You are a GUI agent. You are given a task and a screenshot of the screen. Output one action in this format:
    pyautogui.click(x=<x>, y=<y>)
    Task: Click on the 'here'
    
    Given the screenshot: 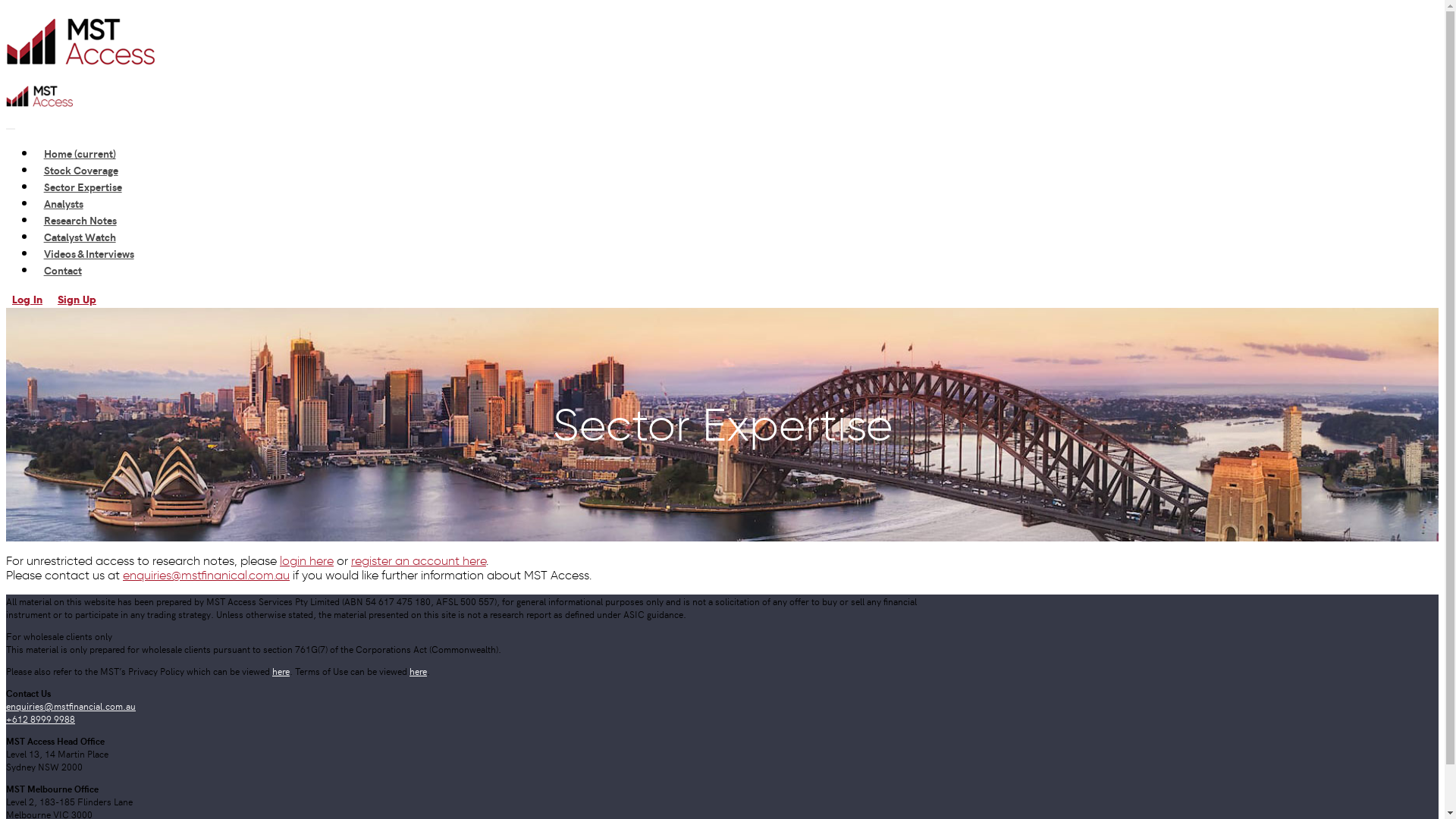 What is the action you would take?
    pyautogui.click(x=418, y=670)
    